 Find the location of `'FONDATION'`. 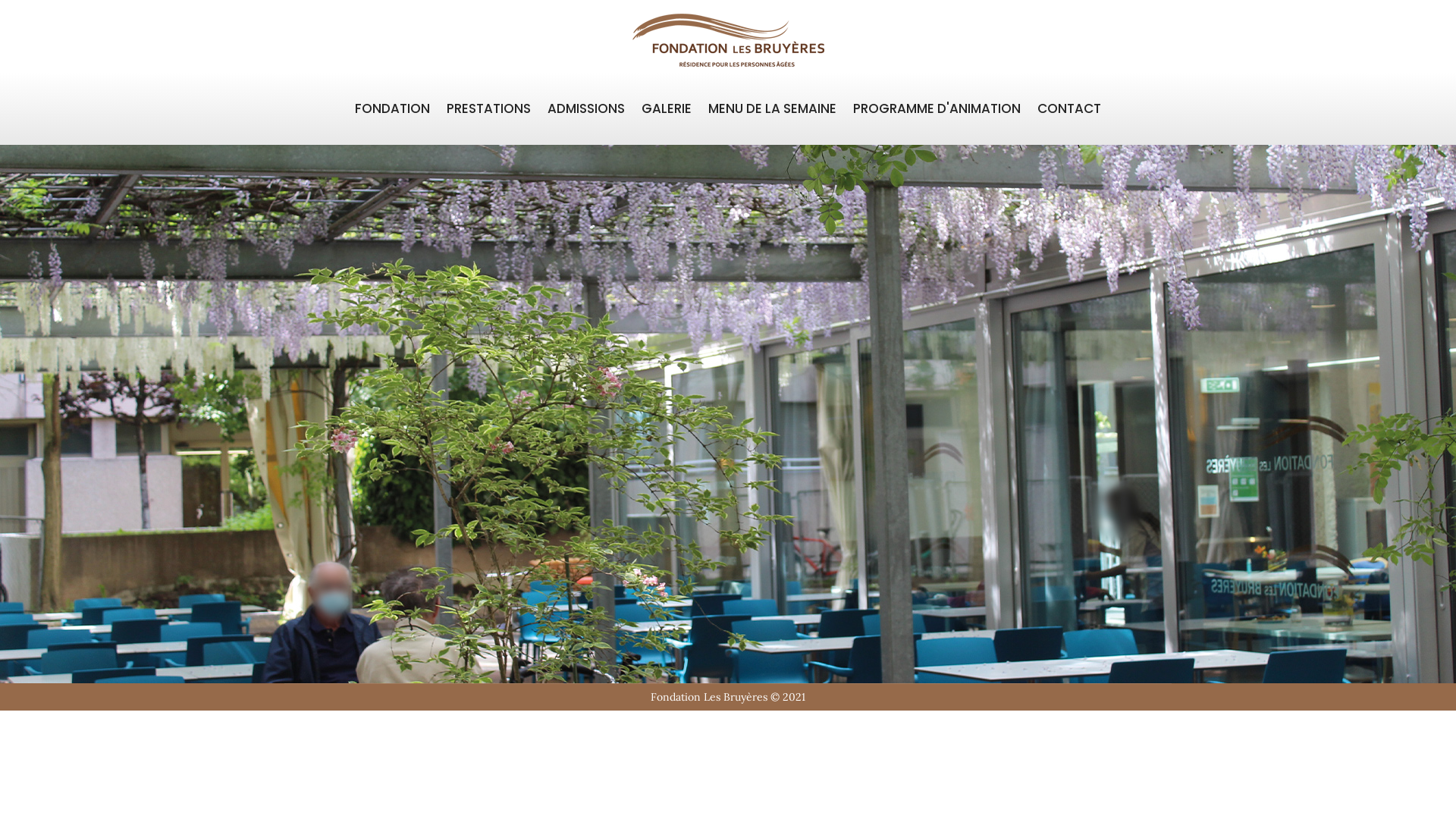

'FONDATION' is located at coordinates (392, 108).